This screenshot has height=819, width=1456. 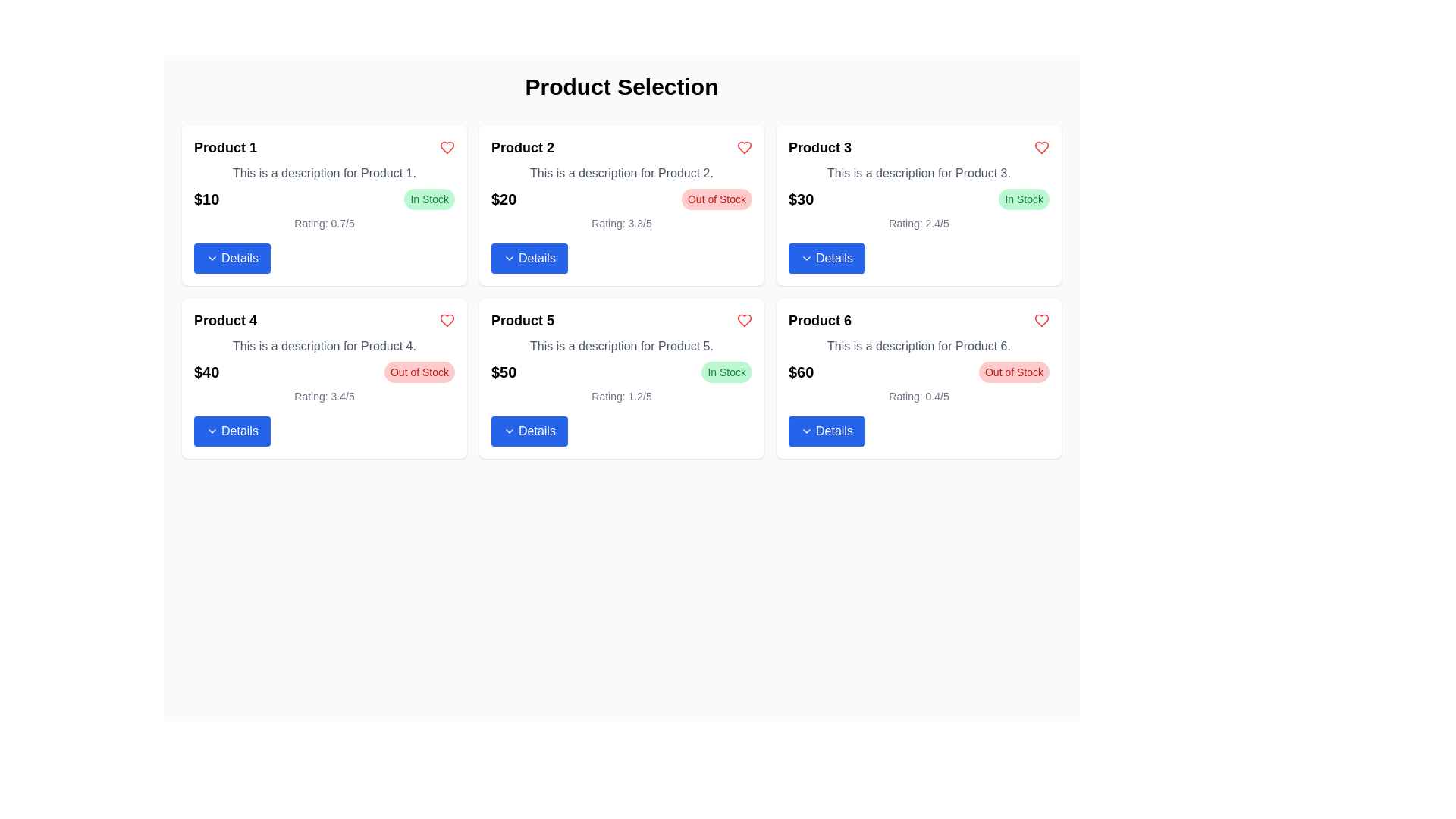 What do you see at coordinates (826, 431) in the screenshot?
I see `the rectangular button with a blue background and white text that reads 'Details', located at the bottom of the card for 'Product 6' in the rightmost column of the second row` at bounding box center [826, 431].